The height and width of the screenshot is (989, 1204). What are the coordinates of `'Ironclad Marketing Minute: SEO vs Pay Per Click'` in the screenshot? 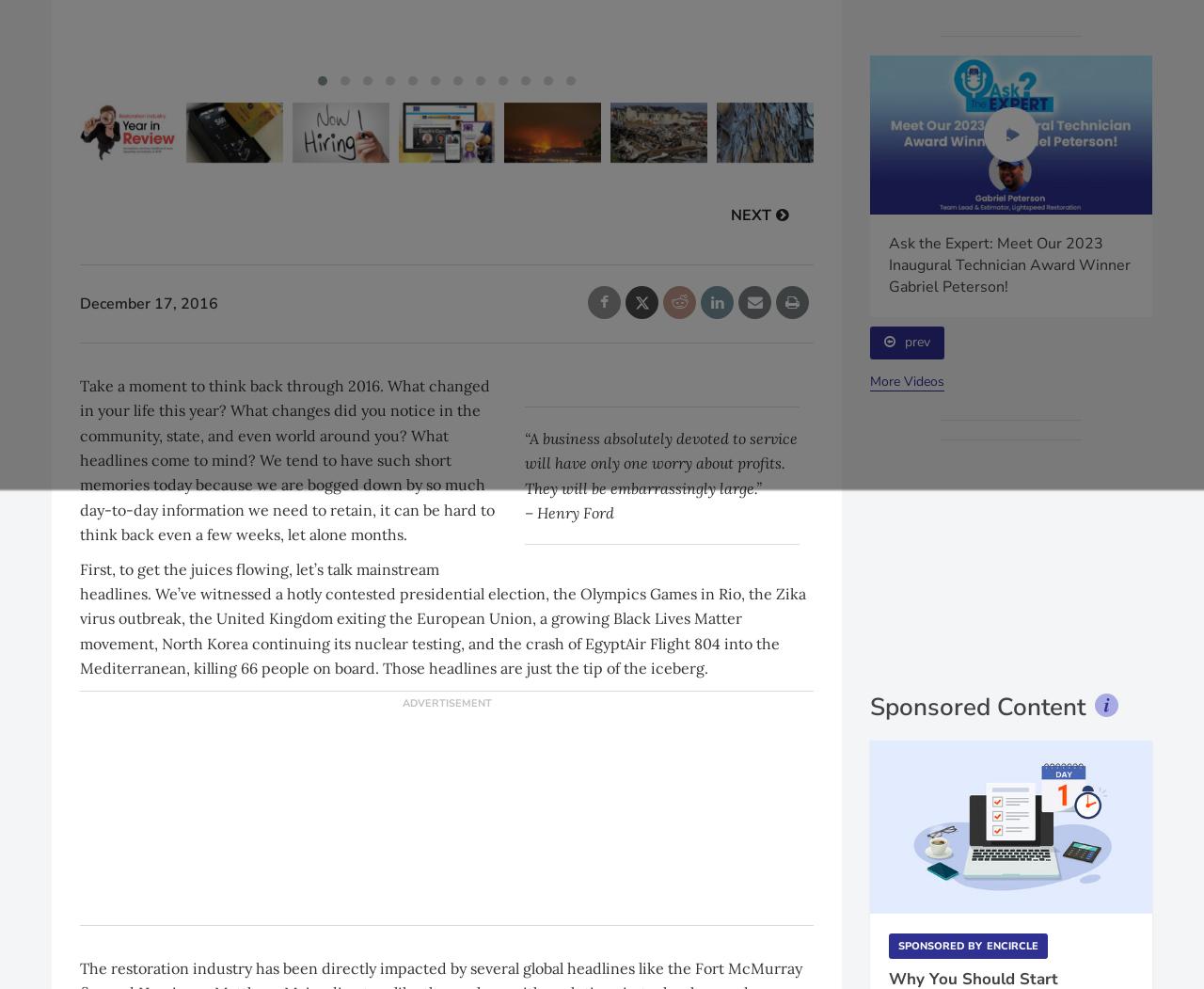 It's located at (722, 254).